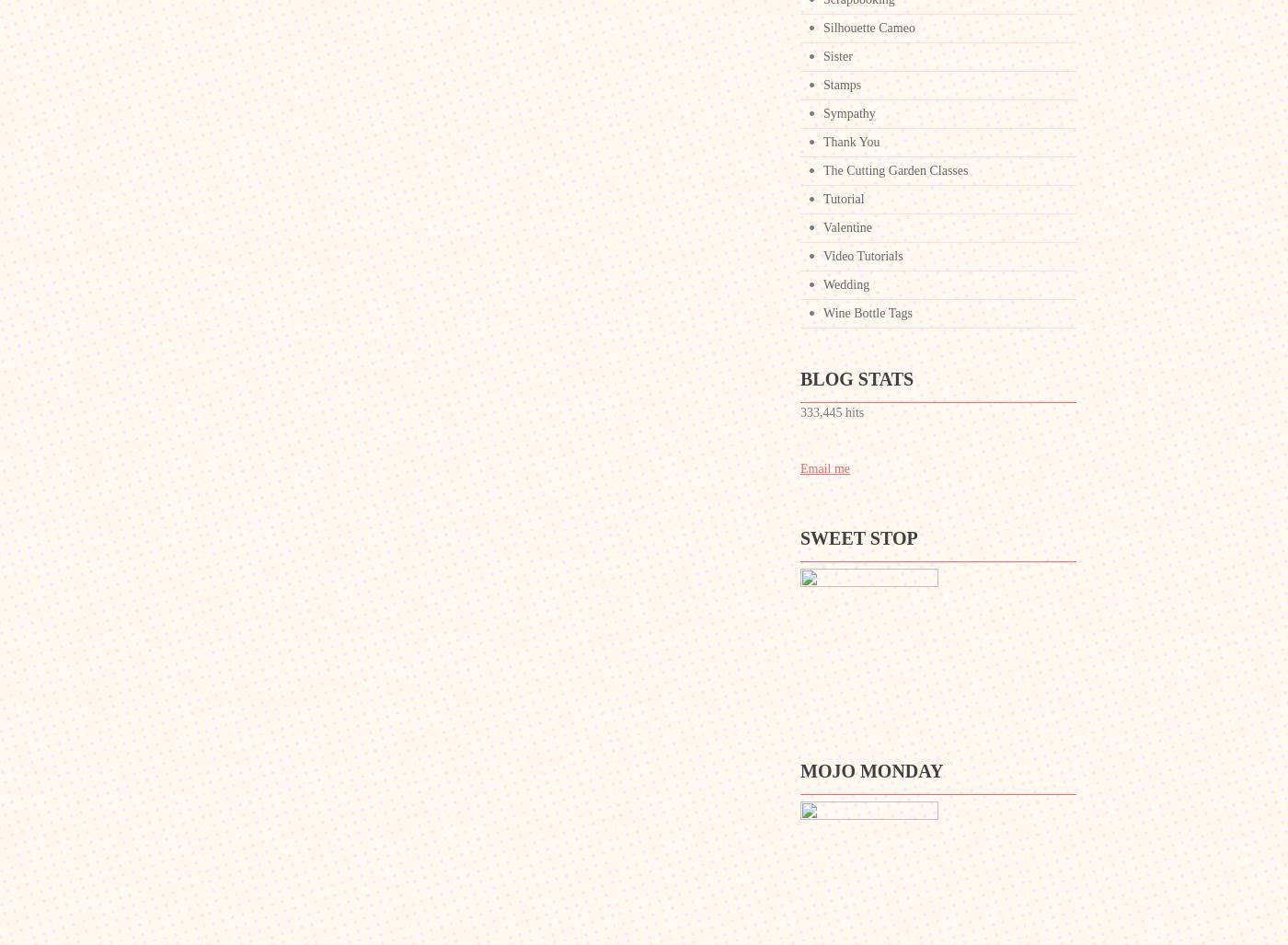  I want to click on 'Silhouette Cameo', so click(822, 28).